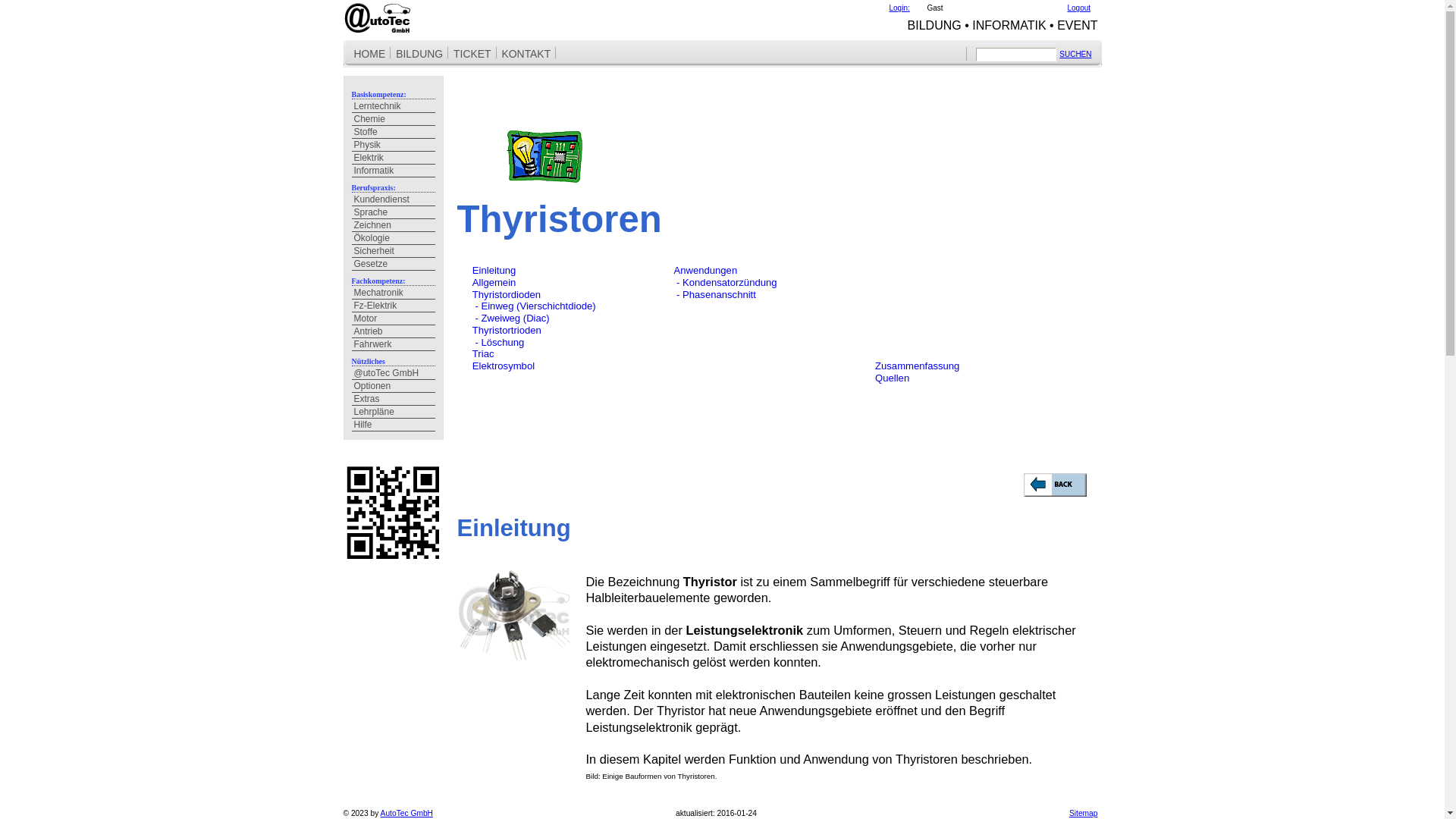 Image resolution: width=1456 pixels, height=819 pixels. I want to click on 'Antrieb', so click(393, 331).